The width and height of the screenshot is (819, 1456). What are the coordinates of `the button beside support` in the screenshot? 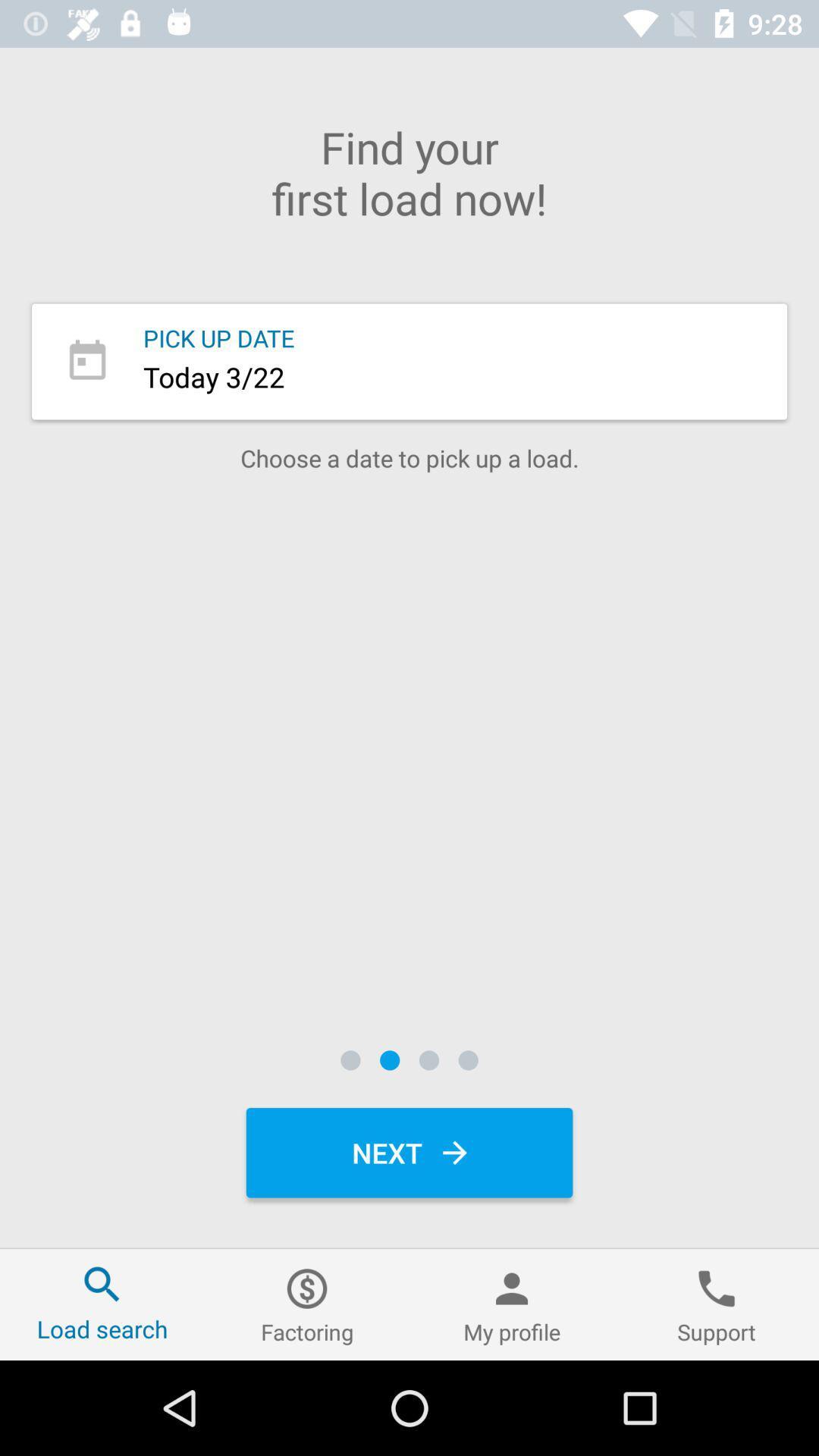 It's located at (512, 1304).